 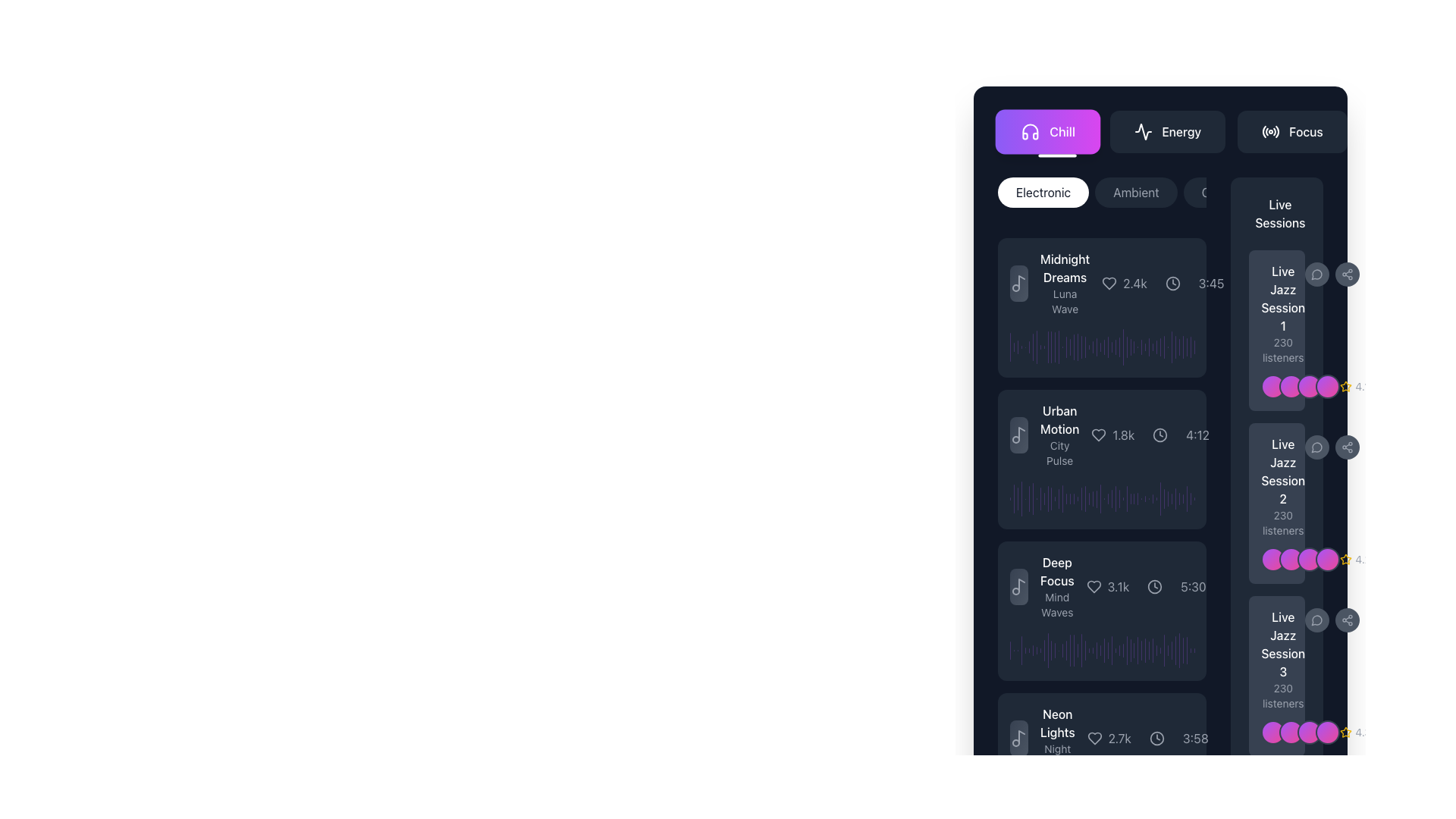 What do you see at coordinates (1019, 284) in the screenshot?
I see `the icon representing the song 'Midnight Dreams', located in the left sidebar near the text 'Midnight Dreams' and 'Luna Wave'` at bounding box center [1019, 284].